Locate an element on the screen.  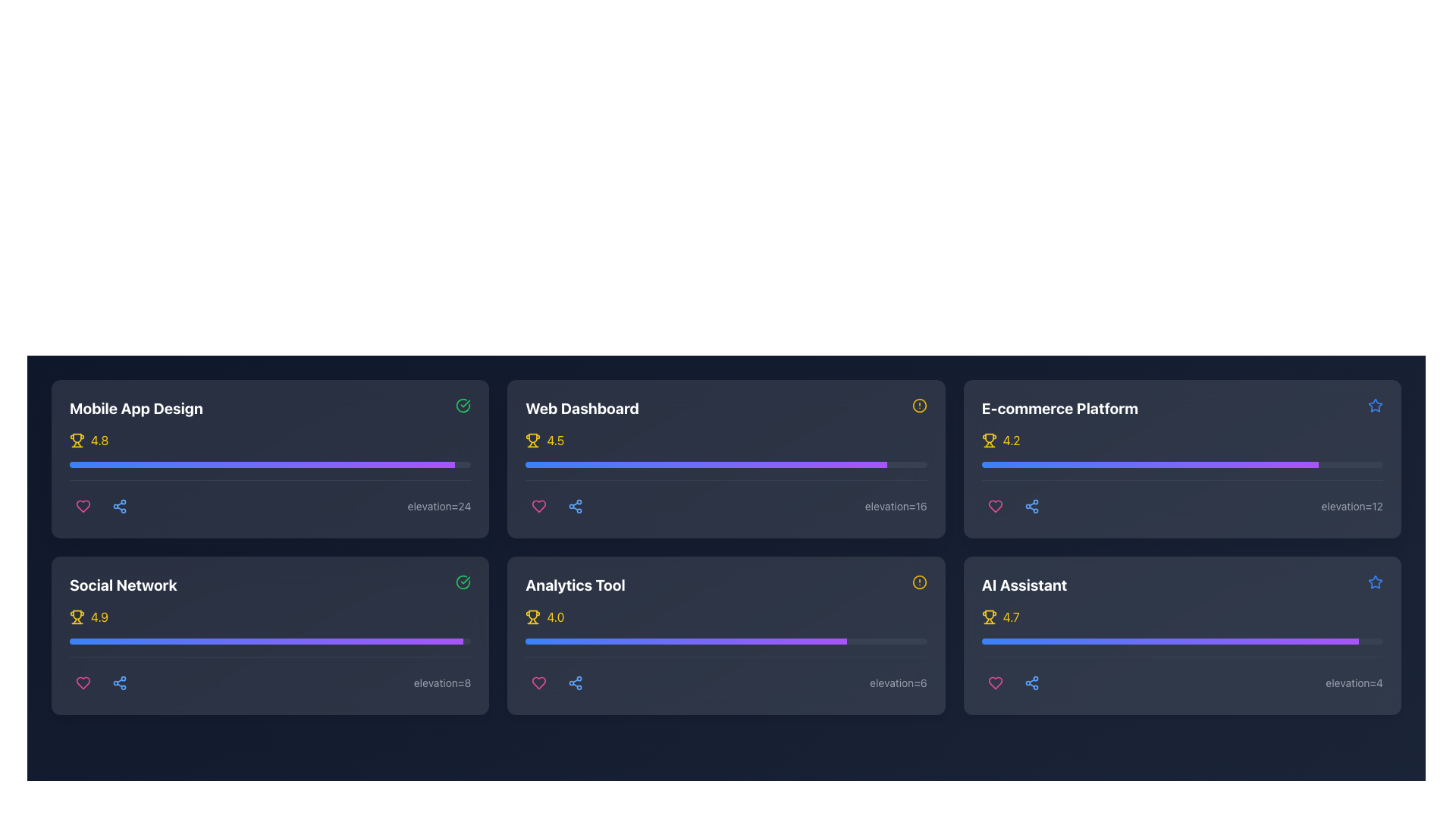
the star icon located at the top-right corner of the 'AI Assistant' card panel is located at coordinates (1376, 581).